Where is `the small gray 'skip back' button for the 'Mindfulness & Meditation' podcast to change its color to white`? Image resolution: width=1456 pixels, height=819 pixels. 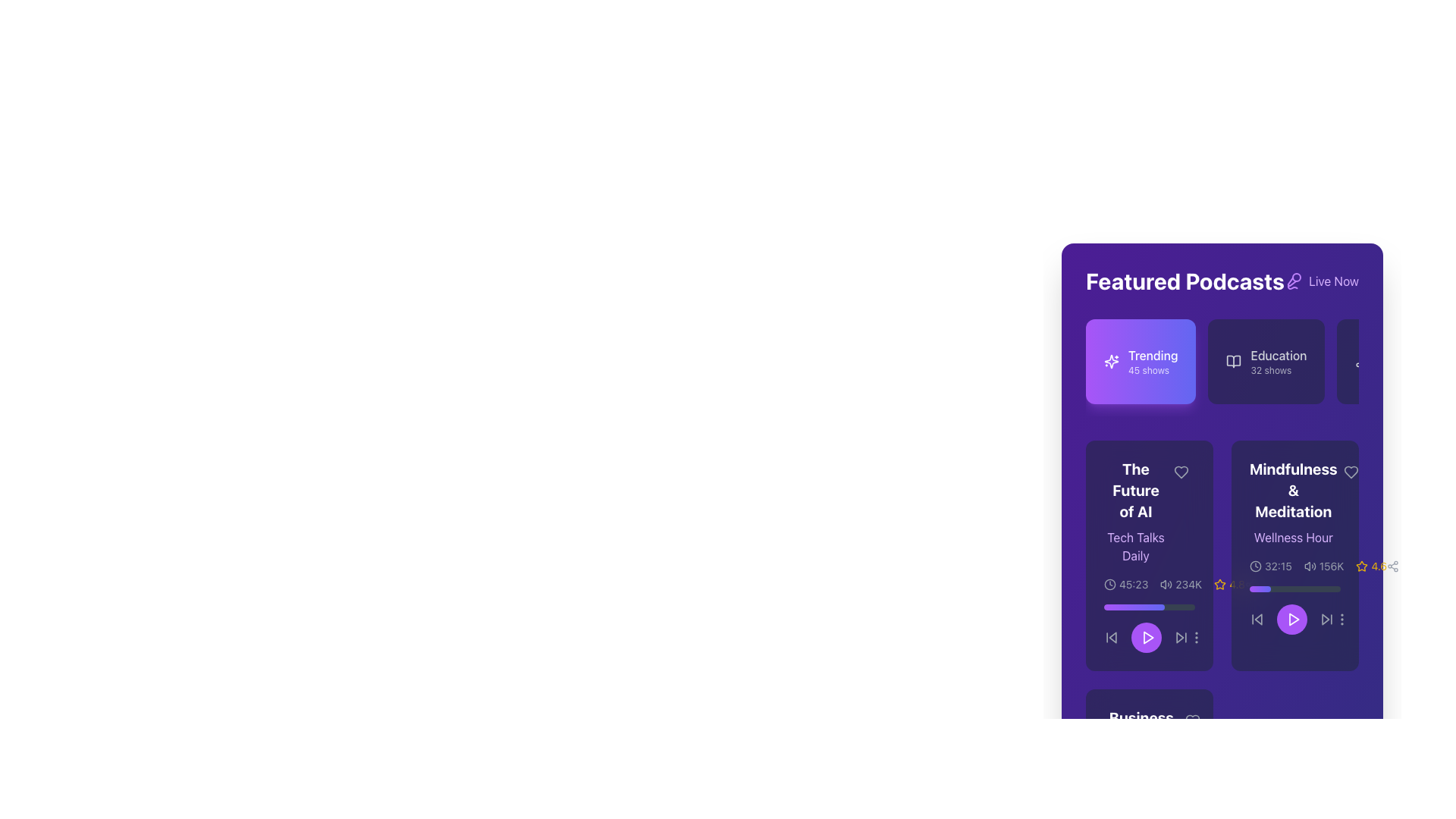
the small gray 'skip back' button for the 'Mindfulness & Meditation' podcast to change its color to white is located at coordinates (1257, 620).